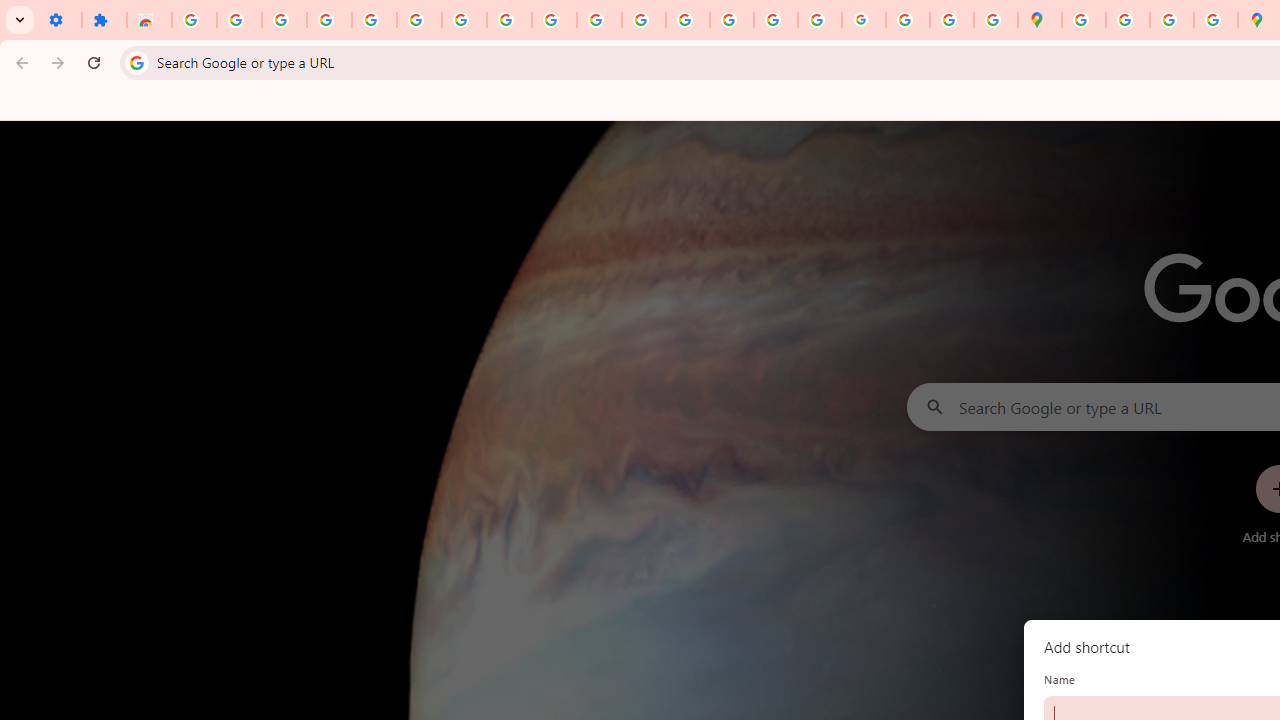  I want to click on 'Create your Google Account', so click(1171, 20).